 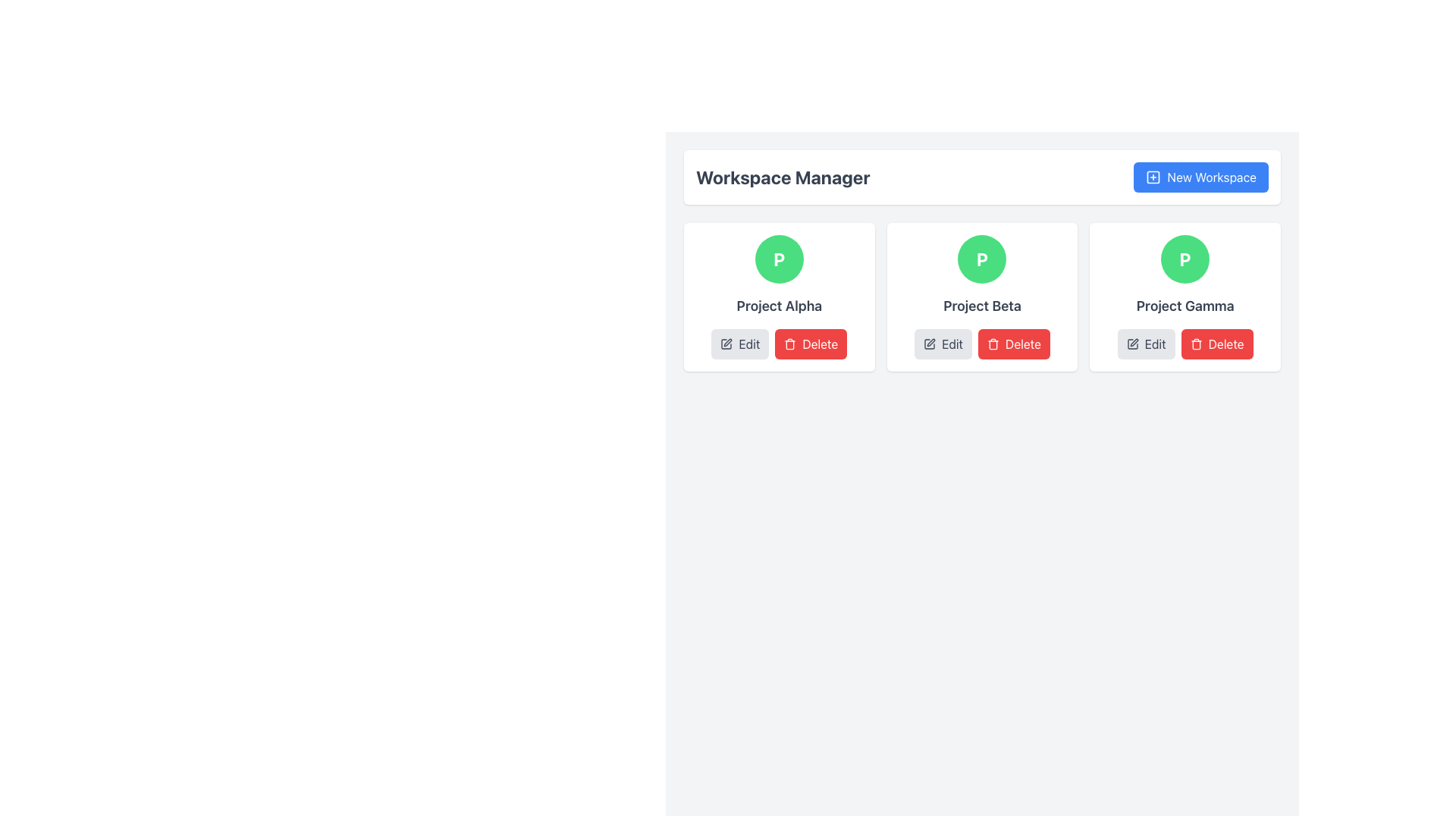 I want to click on the 'Delete' button in the Two-button group located in the lower-right corner of the 'Project Gamma' card, characterized by its red background and white text, so click(x=1185, y=344).